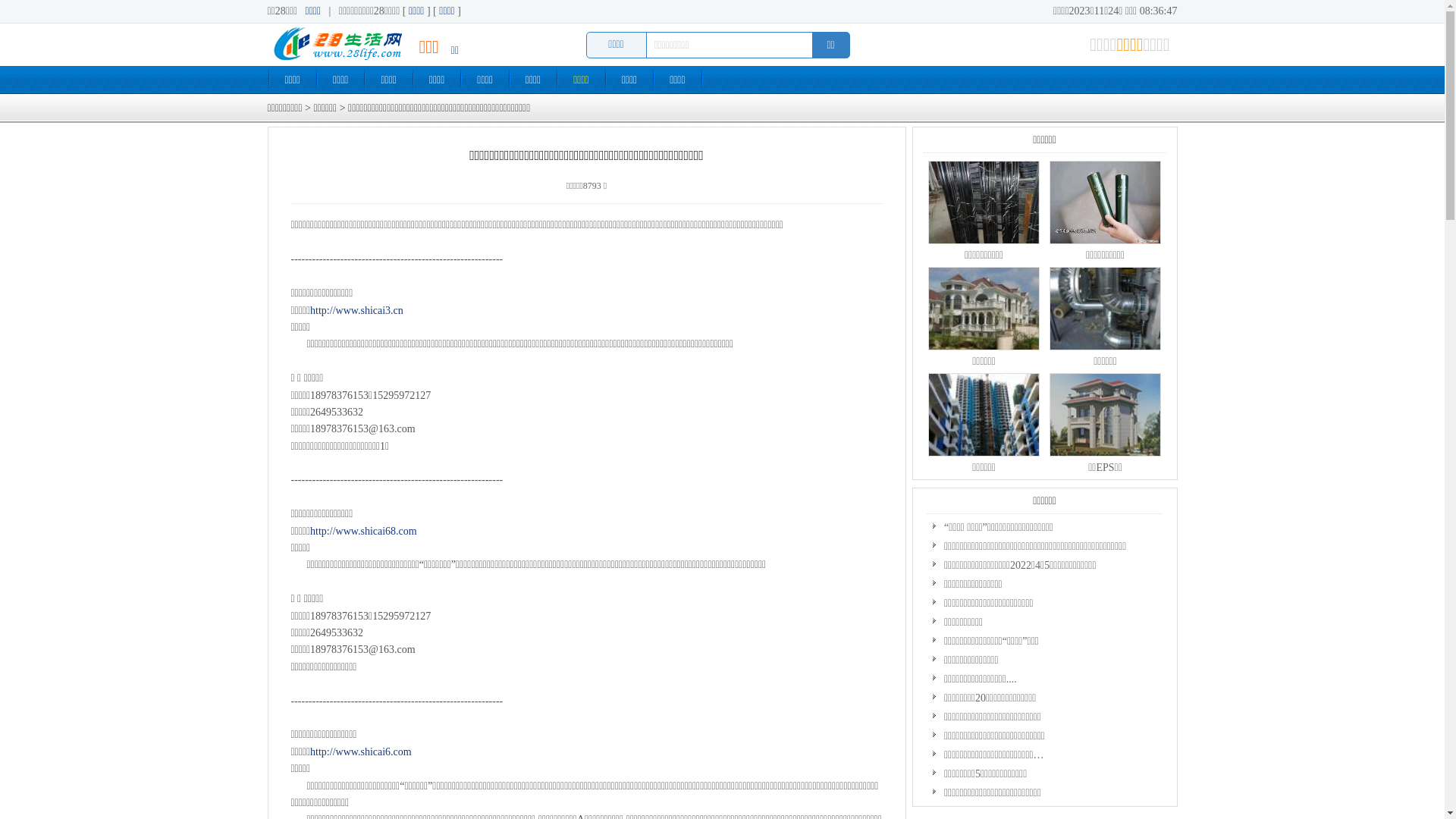 This screenshot has width=1456, height=819. What do you see at coordinates (362, 530) in the screenshot?
I see `'http://www.shicai68.com'` at bounding box center [362, 530].